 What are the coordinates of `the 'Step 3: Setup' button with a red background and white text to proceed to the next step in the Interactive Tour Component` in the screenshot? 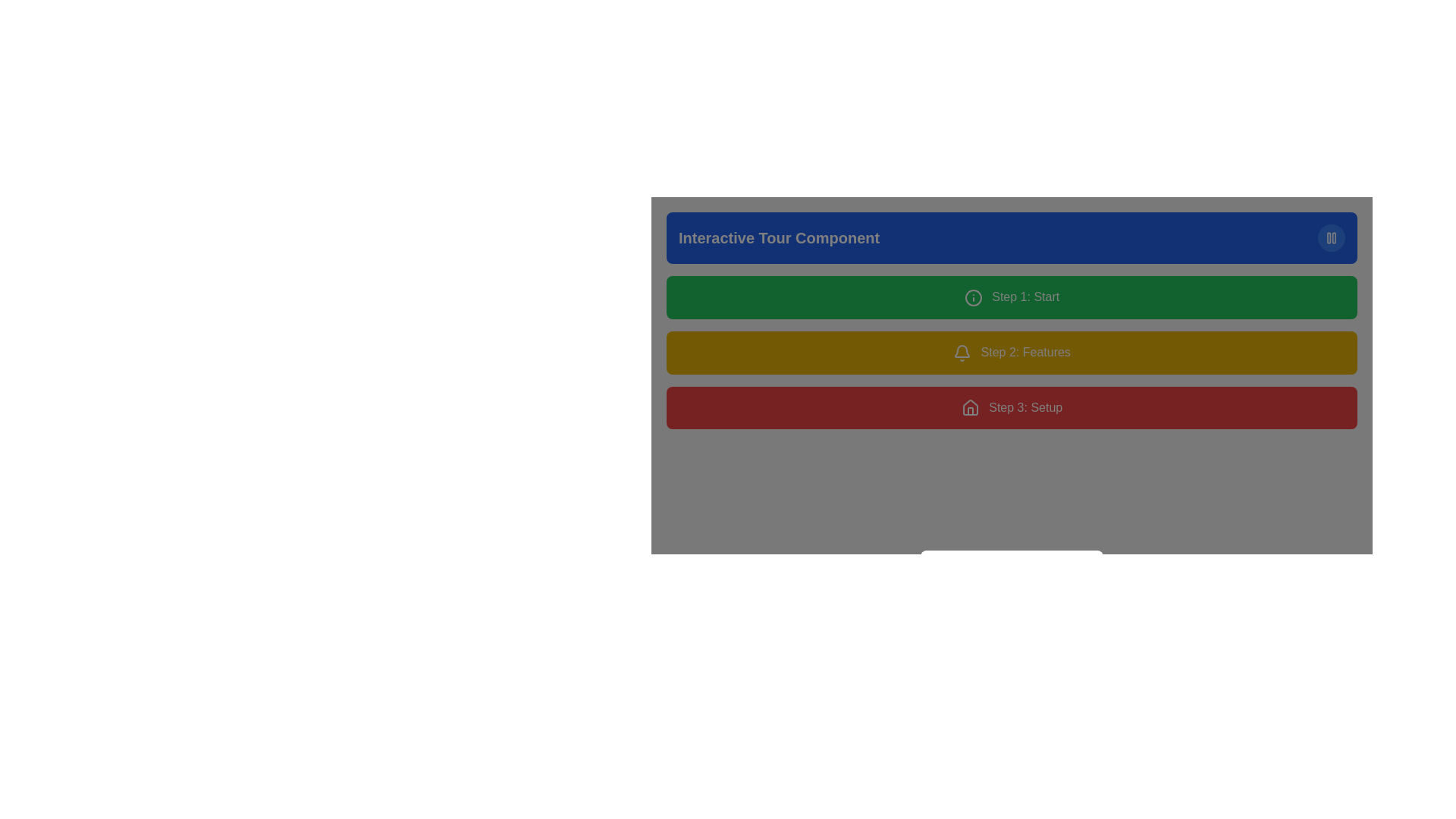 It's located at (1012, 406).